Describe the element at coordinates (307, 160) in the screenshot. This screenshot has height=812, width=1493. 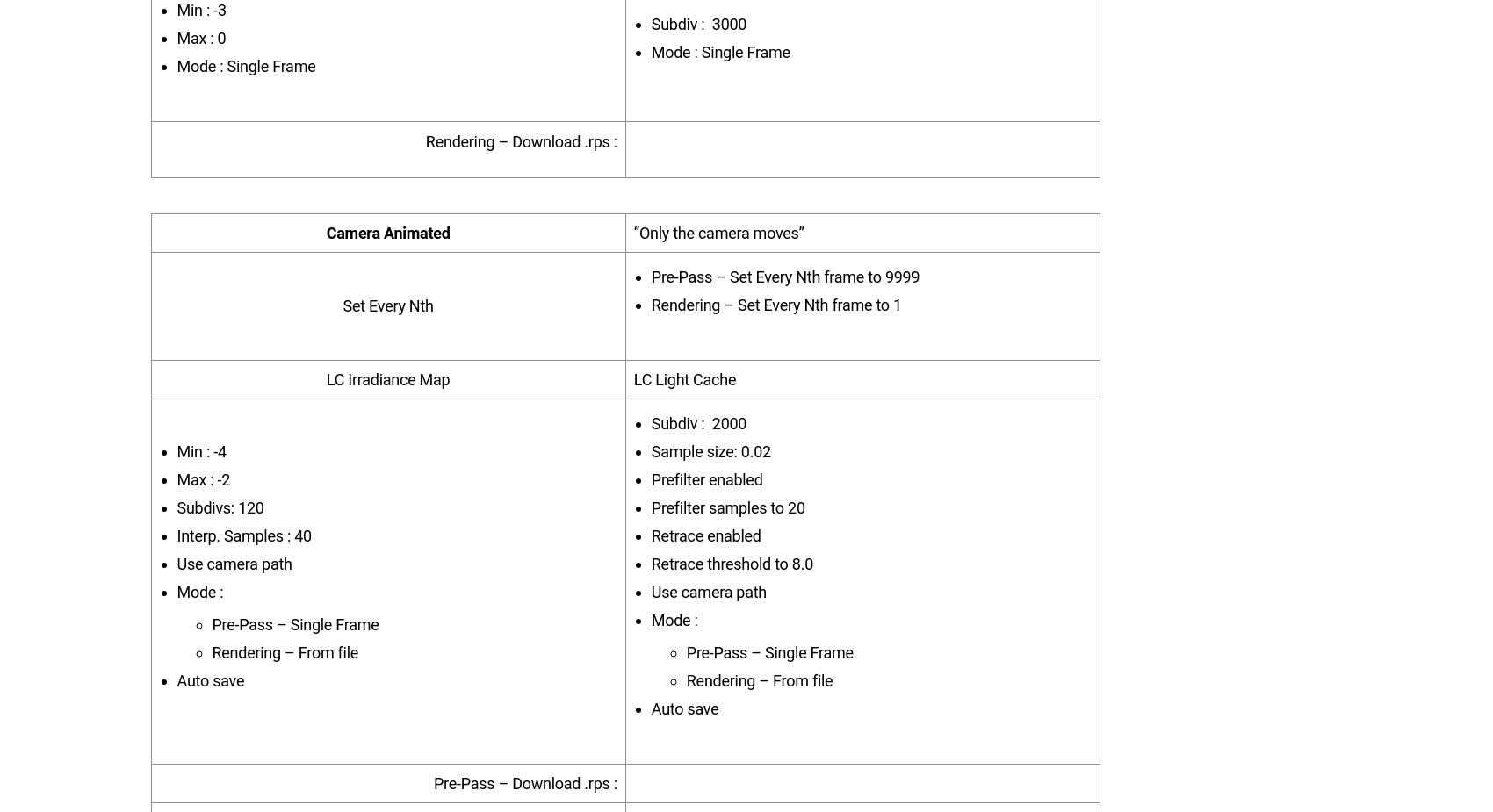
I see `'Element_Shadows'` at that location.